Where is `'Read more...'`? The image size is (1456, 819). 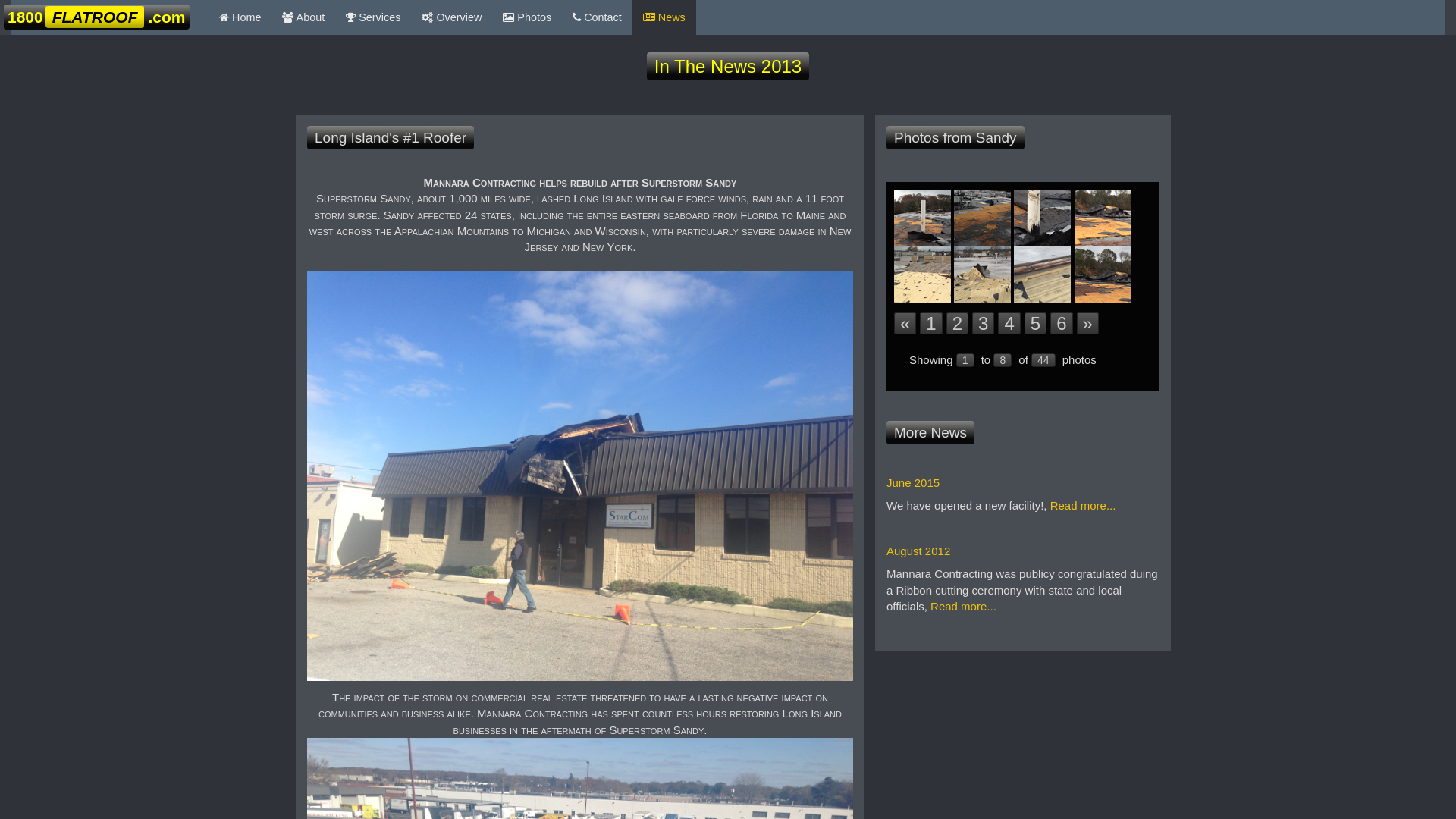 'Read more...' is located at coordinates (962, 605).